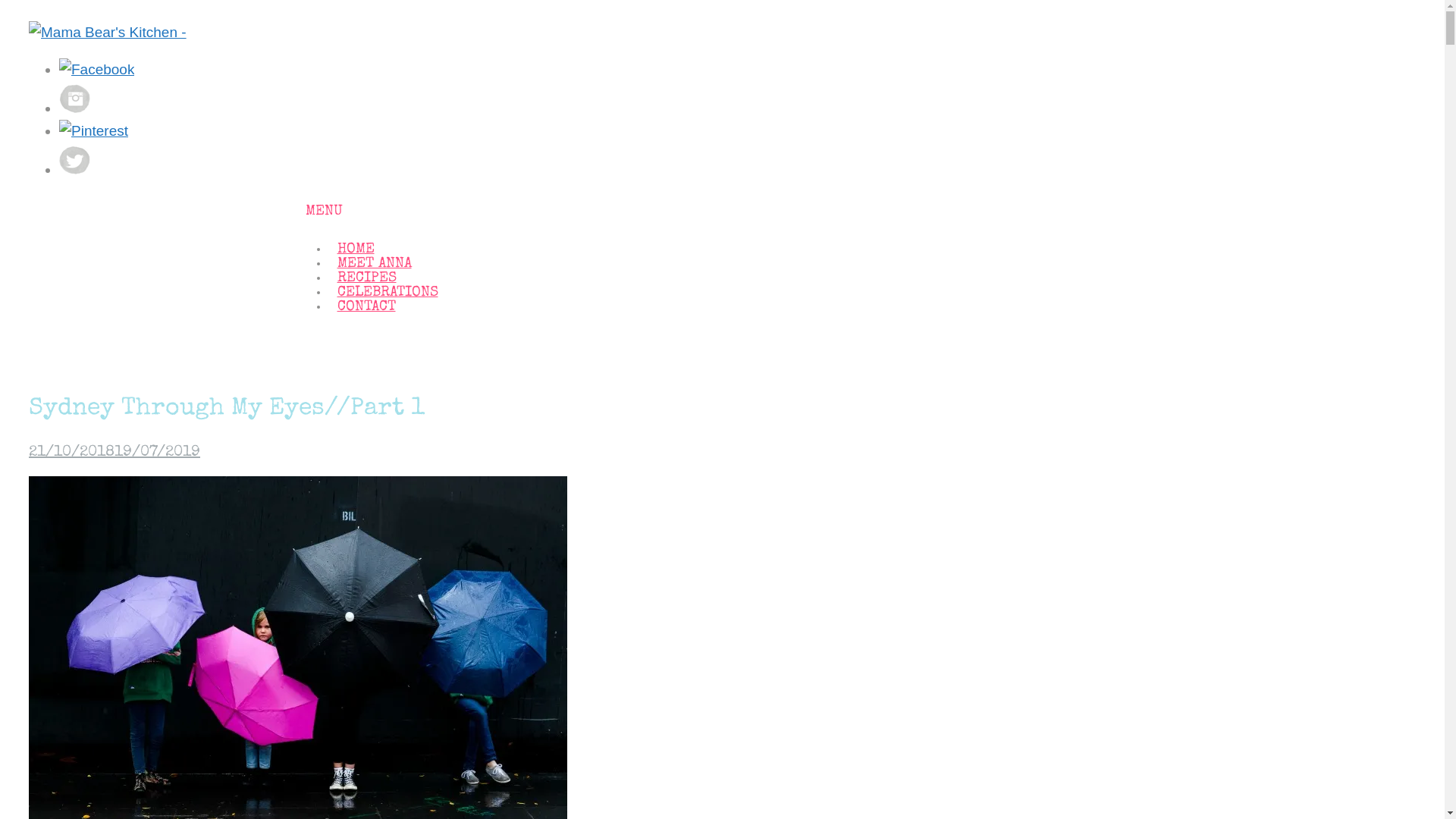 Image resolution: width=1456 pixels, height=819 pixels. I want to click on '21/10/201819/07/2019', so click(29, 452).